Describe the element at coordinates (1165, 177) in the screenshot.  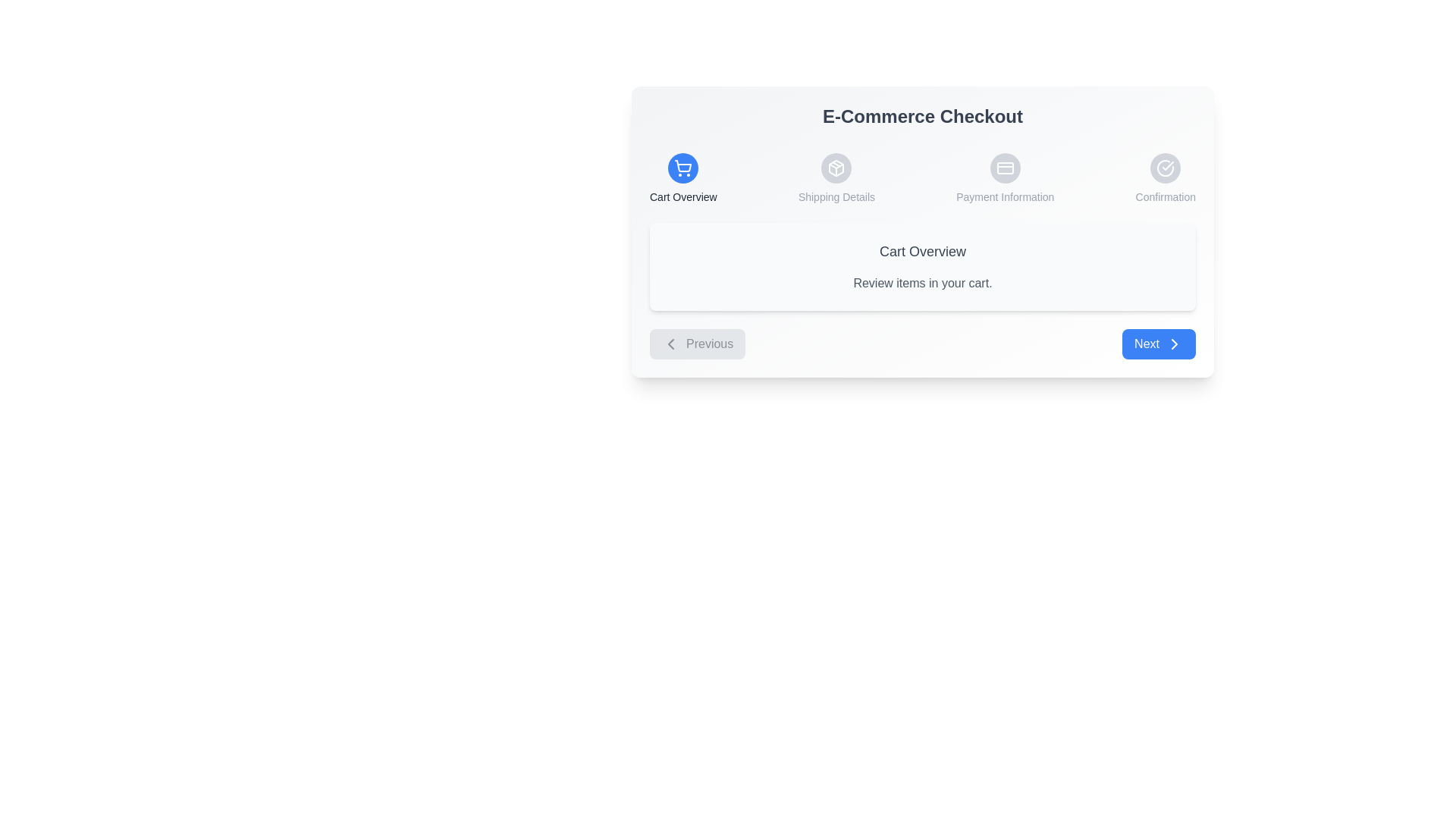
I see `the 'Confirmation' step indicator in the horizontal progress tracker` at that location.